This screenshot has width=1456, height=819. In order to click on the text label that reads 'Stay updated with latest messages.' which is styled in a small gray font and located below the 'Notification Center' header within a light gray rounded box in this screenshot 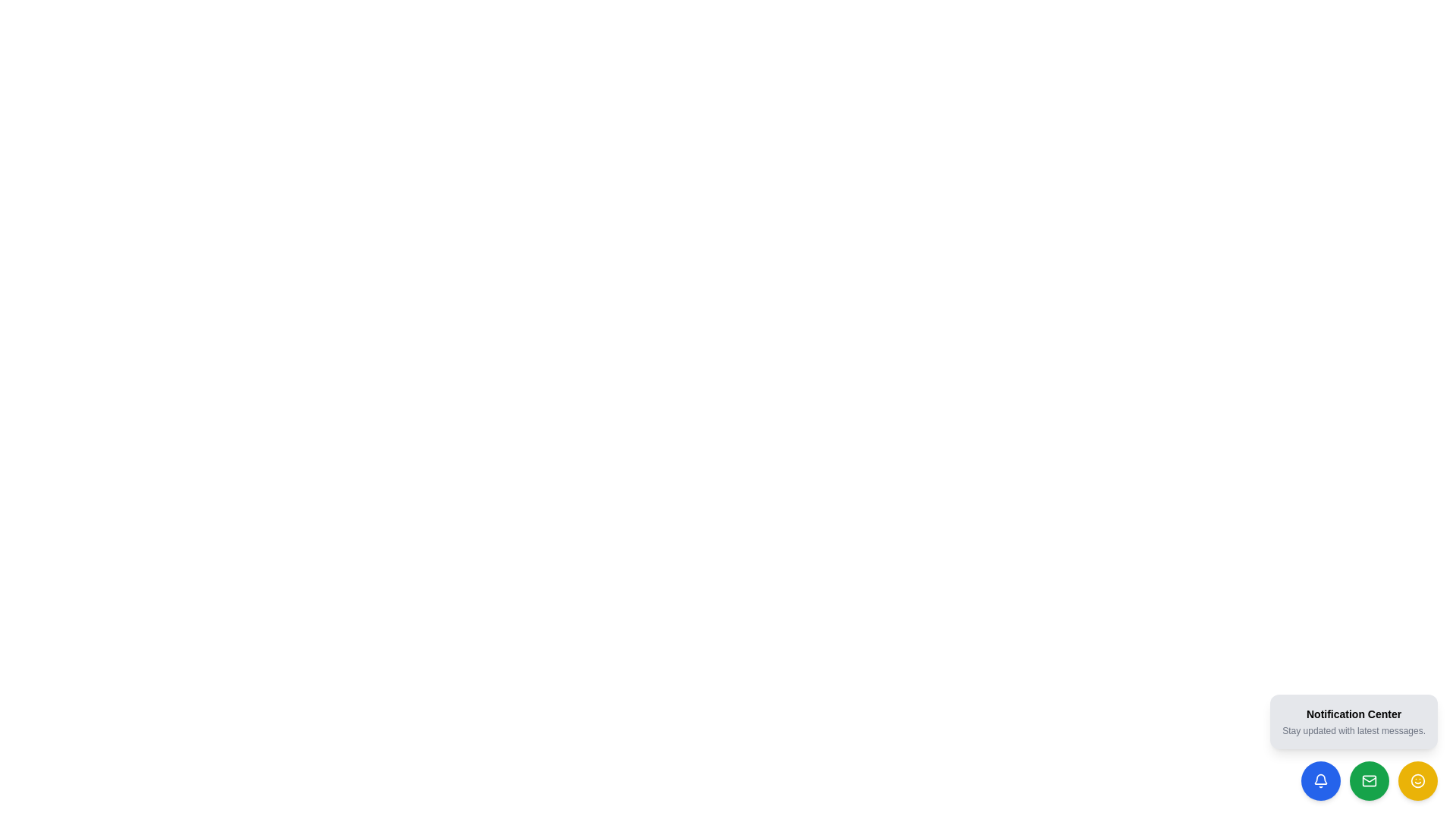, I will do `click(1354, 730)`.